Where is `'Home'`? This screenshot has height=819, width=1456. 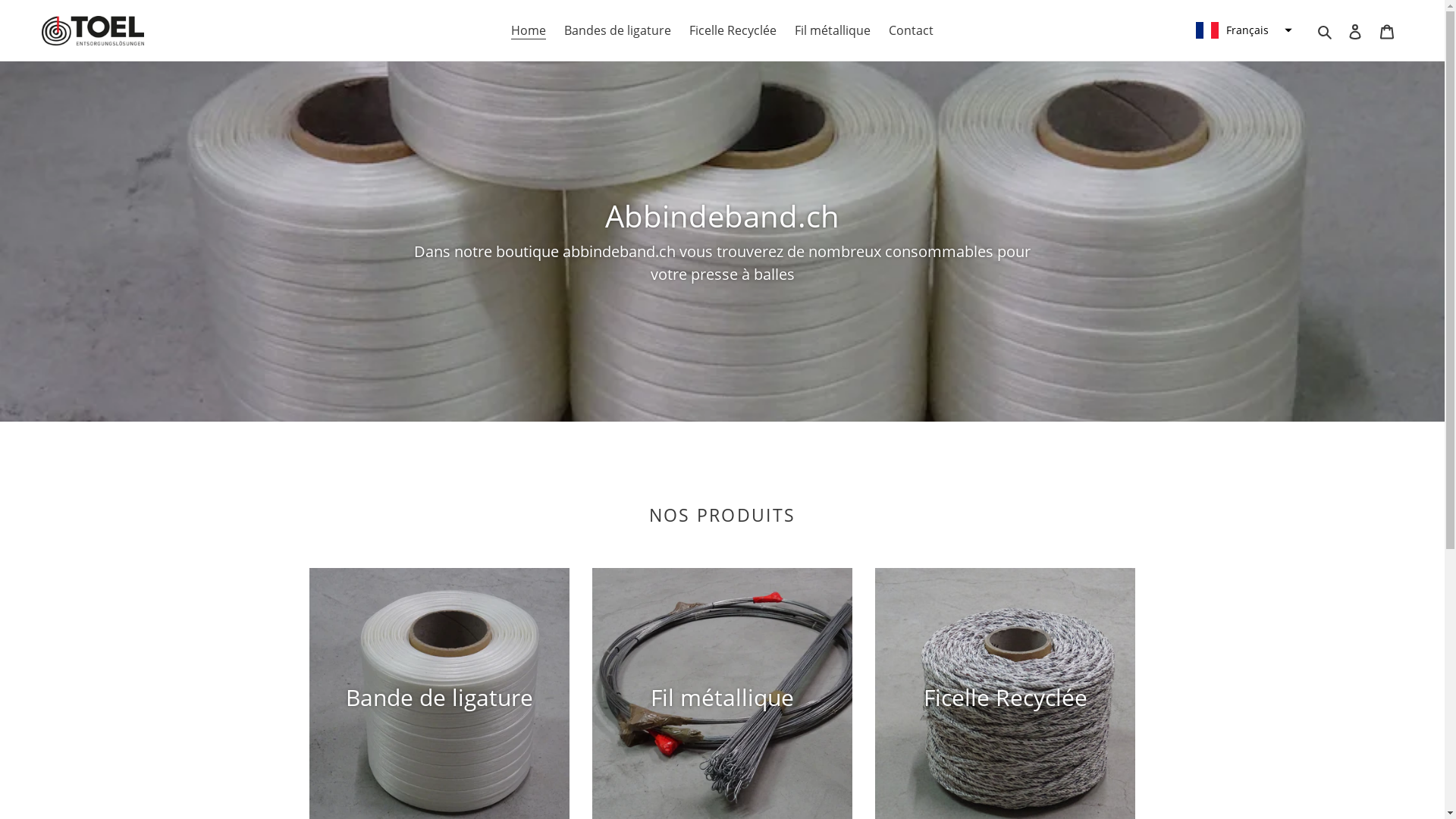
'Home' is located at coordinates (503, 30).